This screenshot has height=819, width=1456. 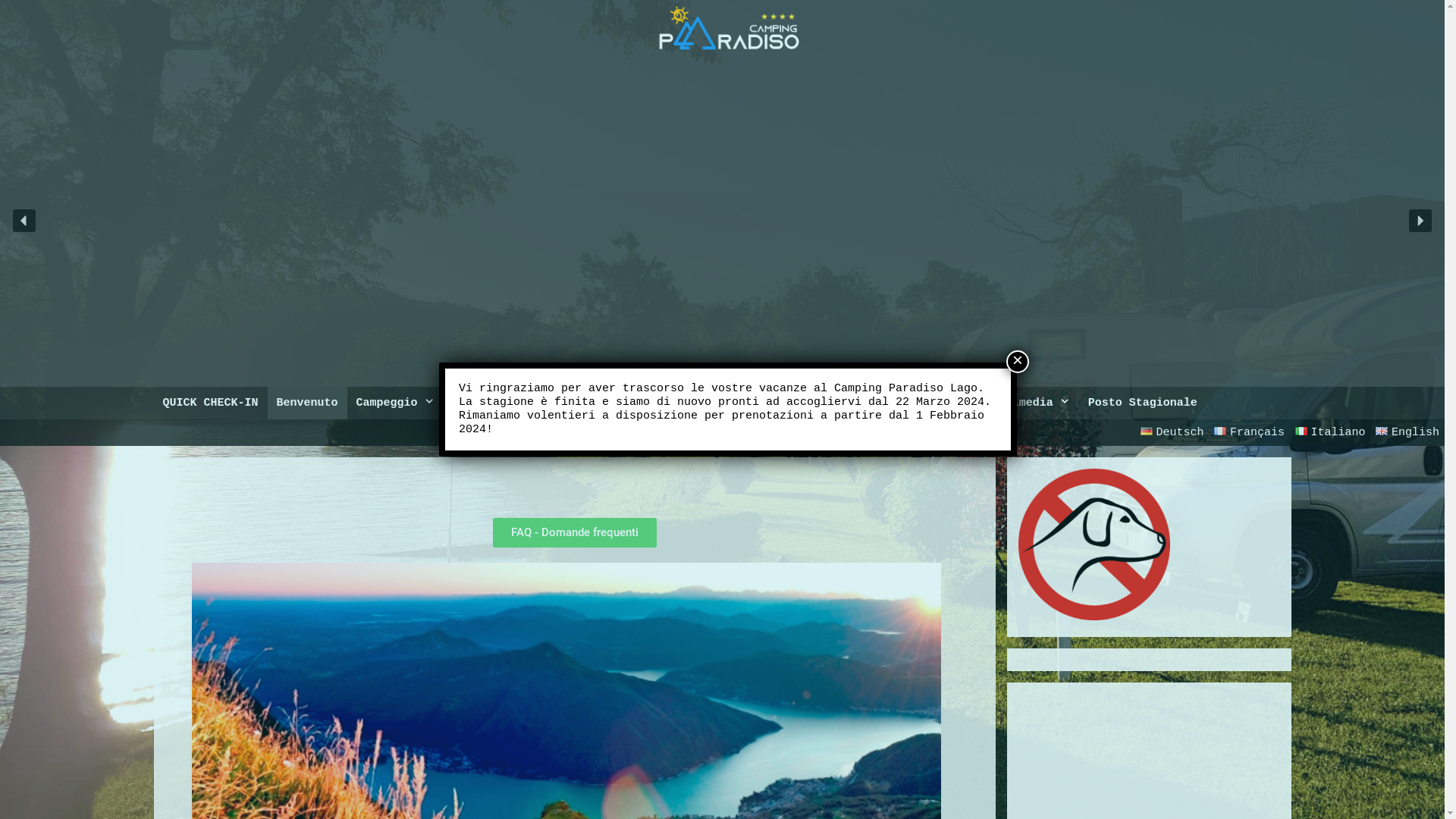 I want to click on 'English', so click(x=1407, y=432).